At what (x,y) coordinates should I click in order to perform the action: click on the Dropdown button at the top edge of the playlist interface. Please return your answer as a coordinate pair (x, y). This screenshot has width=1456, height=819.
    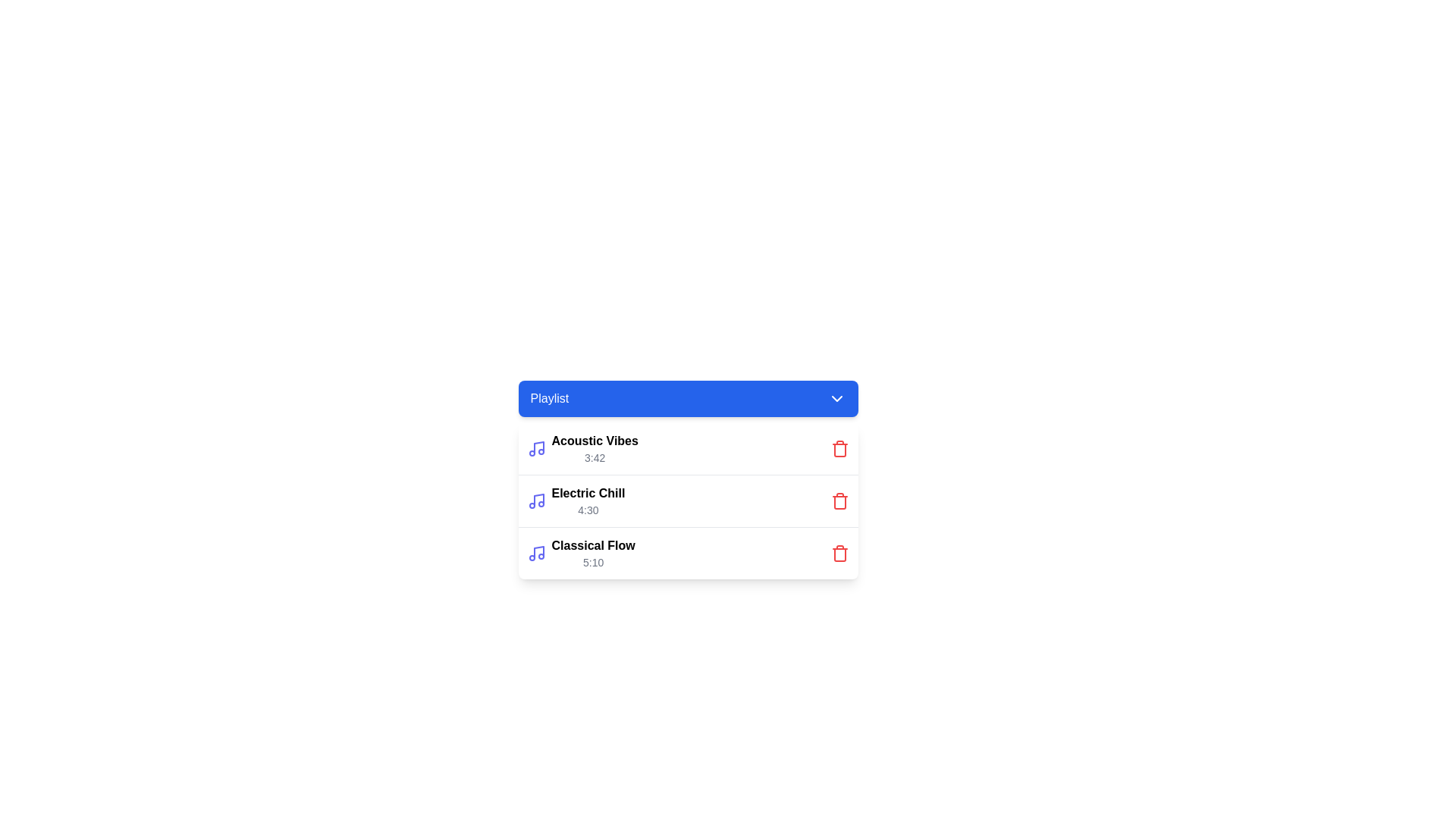
    Looking at the image, I should click on (687, 397).